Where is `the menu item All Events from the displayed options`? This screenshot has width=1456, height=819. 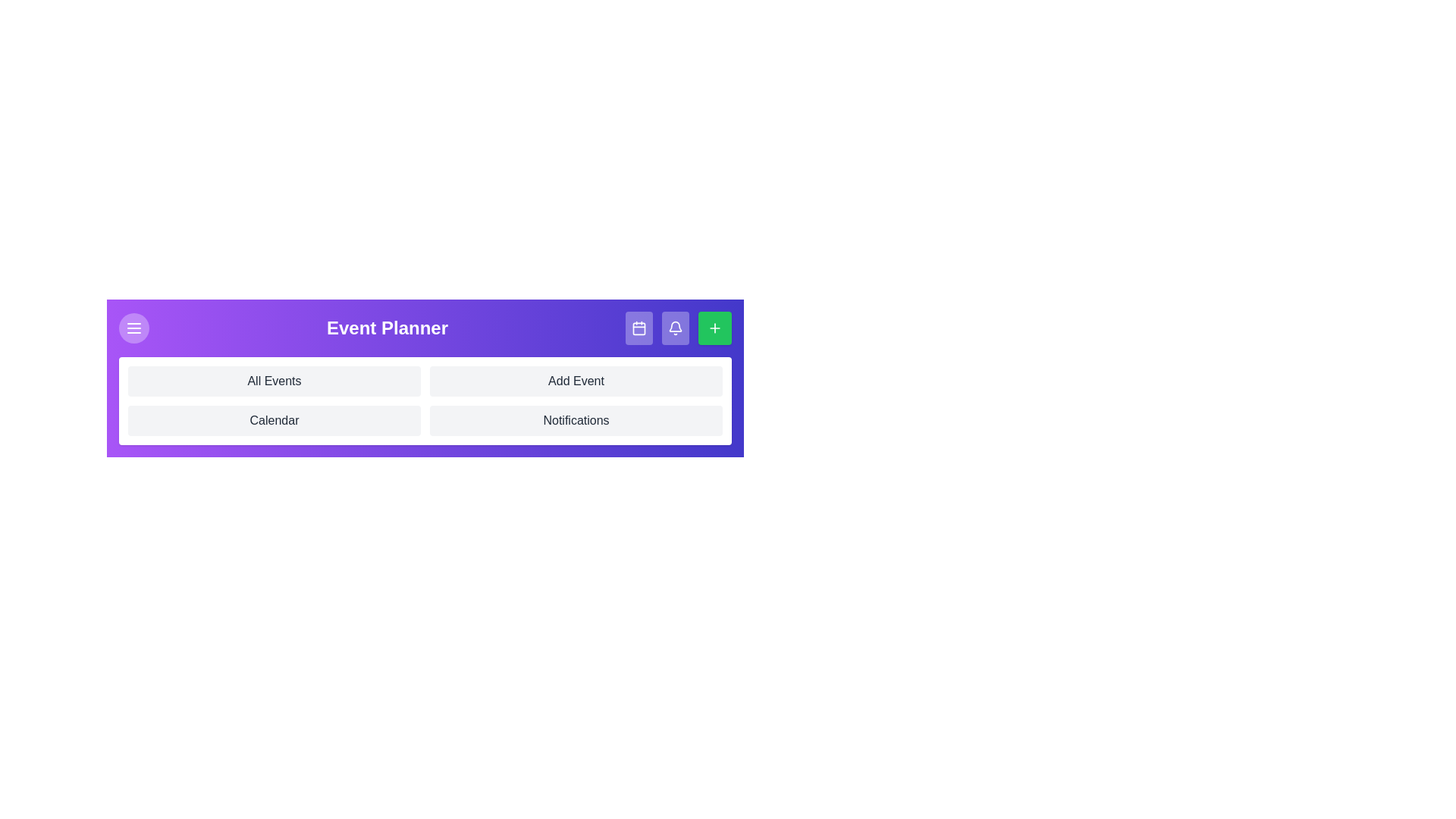 the menu item All Events from the displayed options is located at coordinates (274, 380).